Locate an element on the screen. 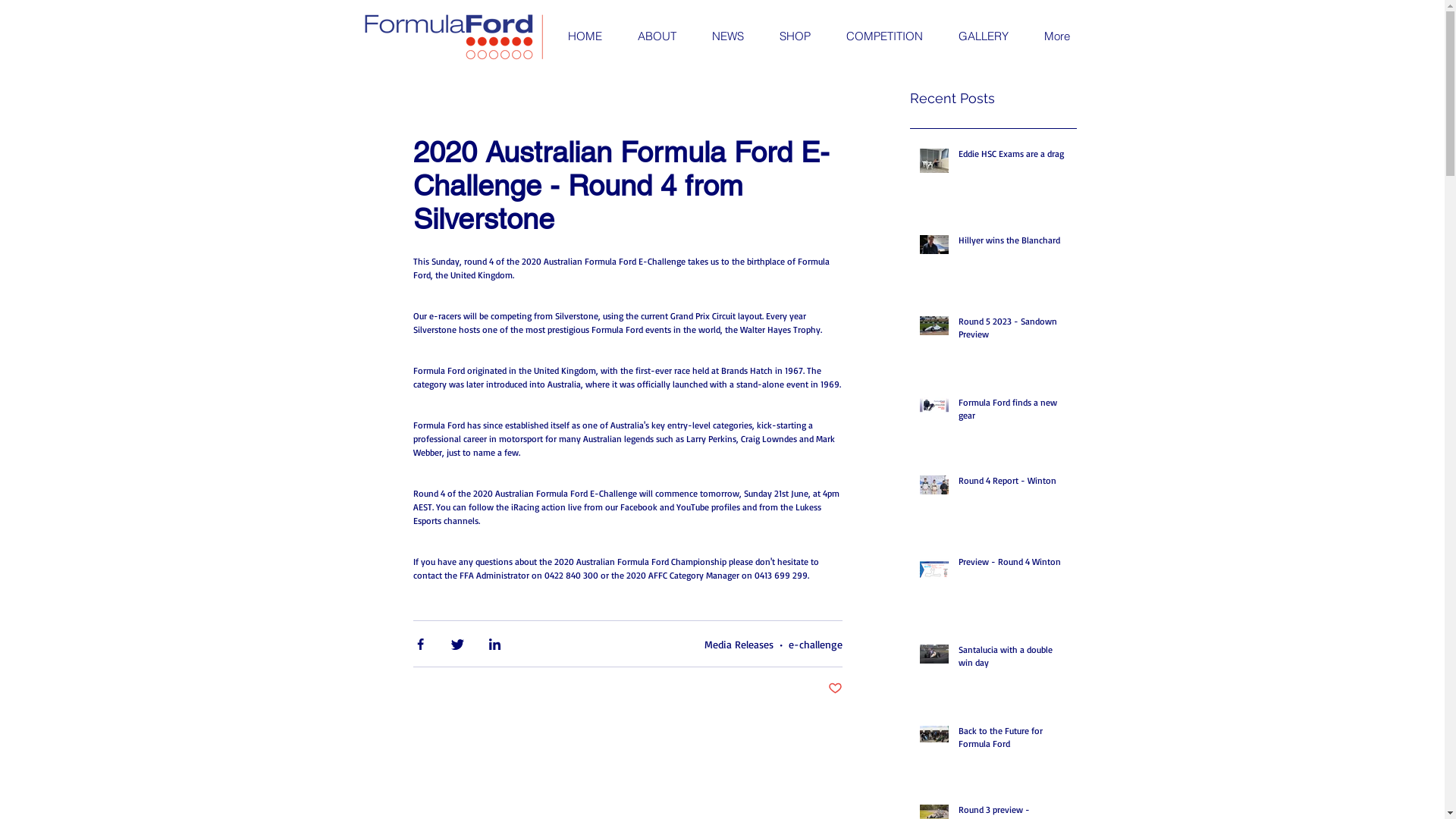  'Formula Ford finds a new gear' is located at coordinates (957, 412).